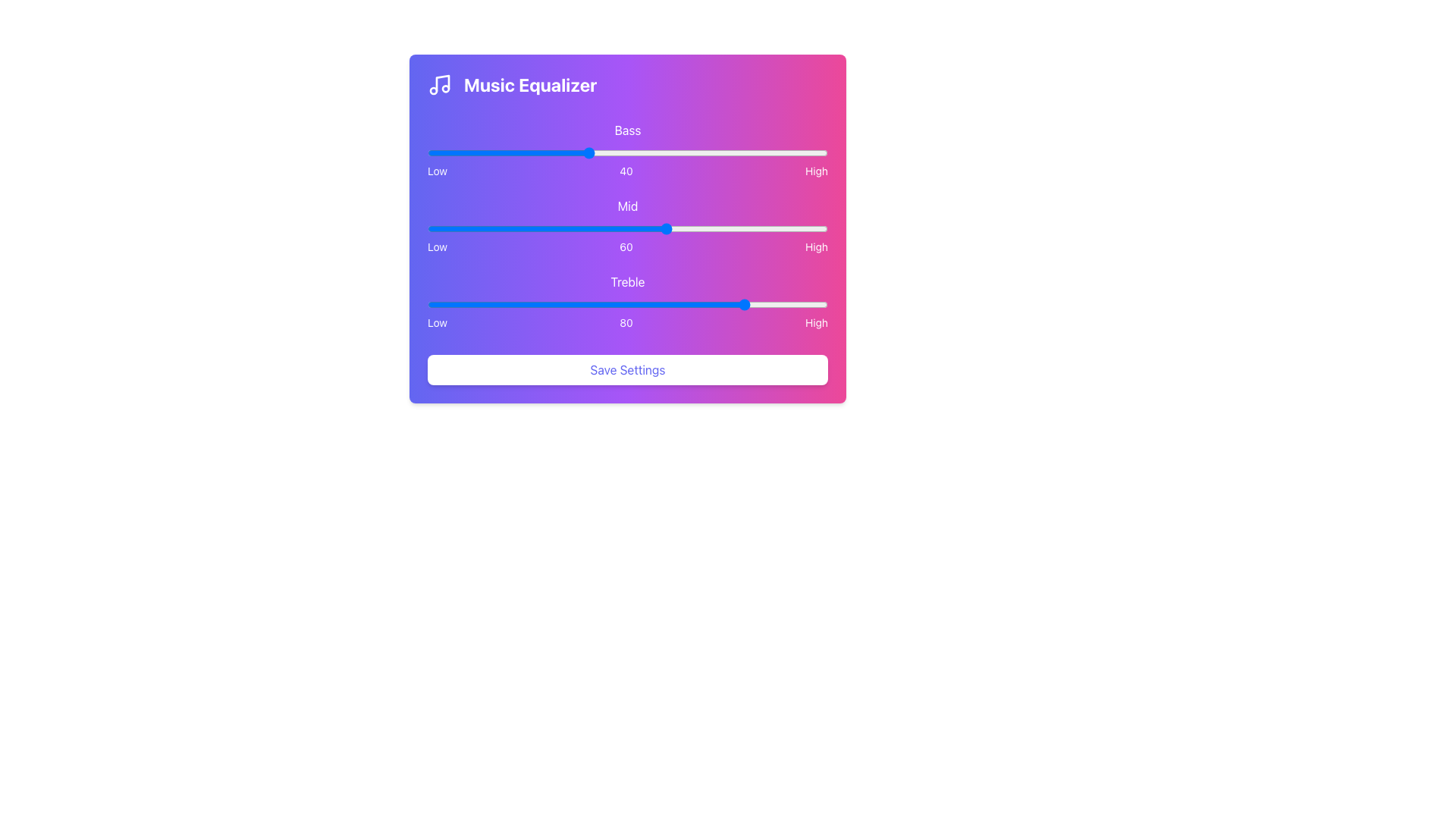 The image size is (1456, 819). I want to click on mid-range frequency, so click(479, 228).